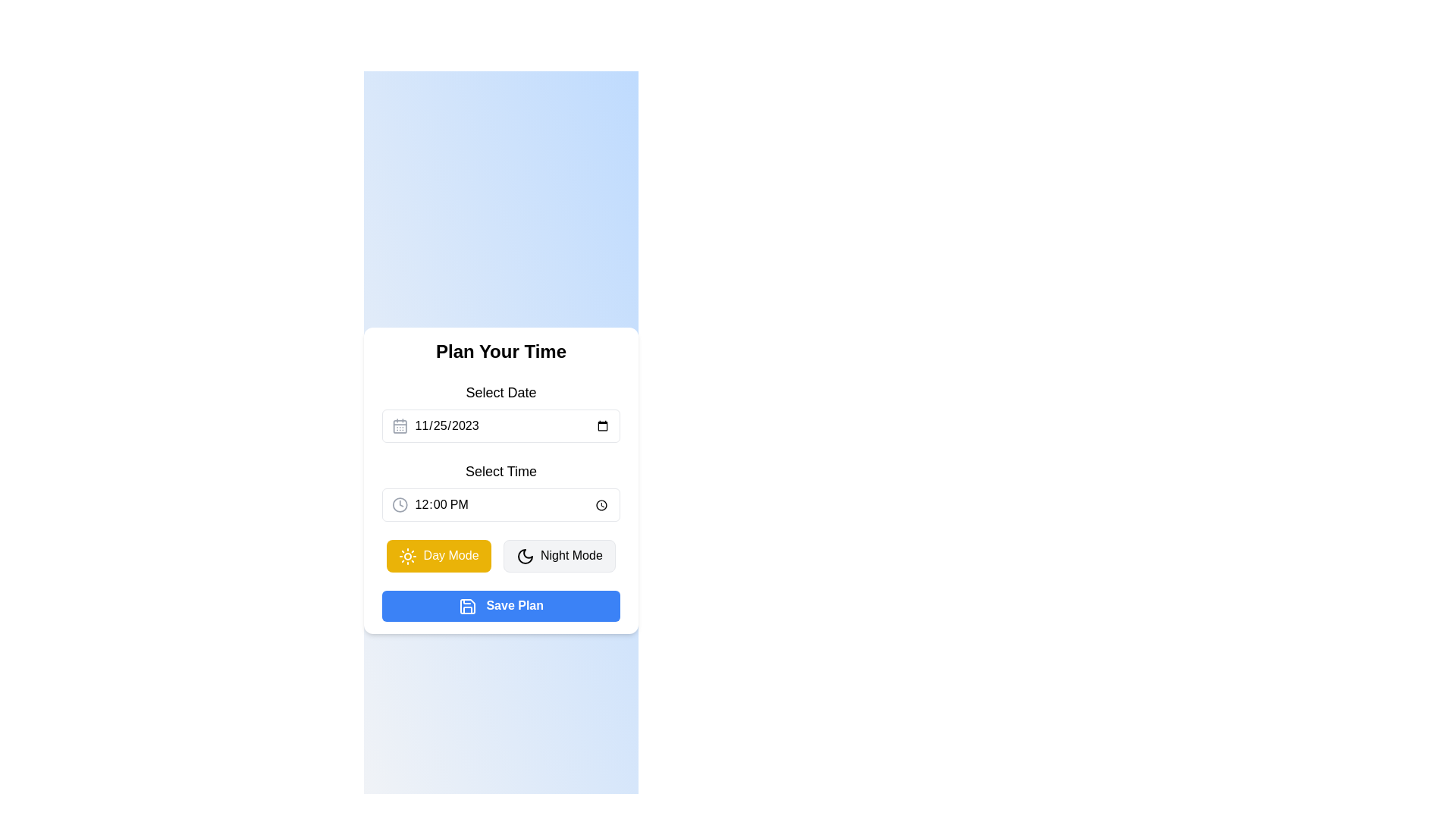  What do you see at coordinates (466, 605) in the screenshot?
I see `the floppy disk icon on the left side of the 'Save Plan' button located at the bottom of the layout` at bounding box center [466, 605].